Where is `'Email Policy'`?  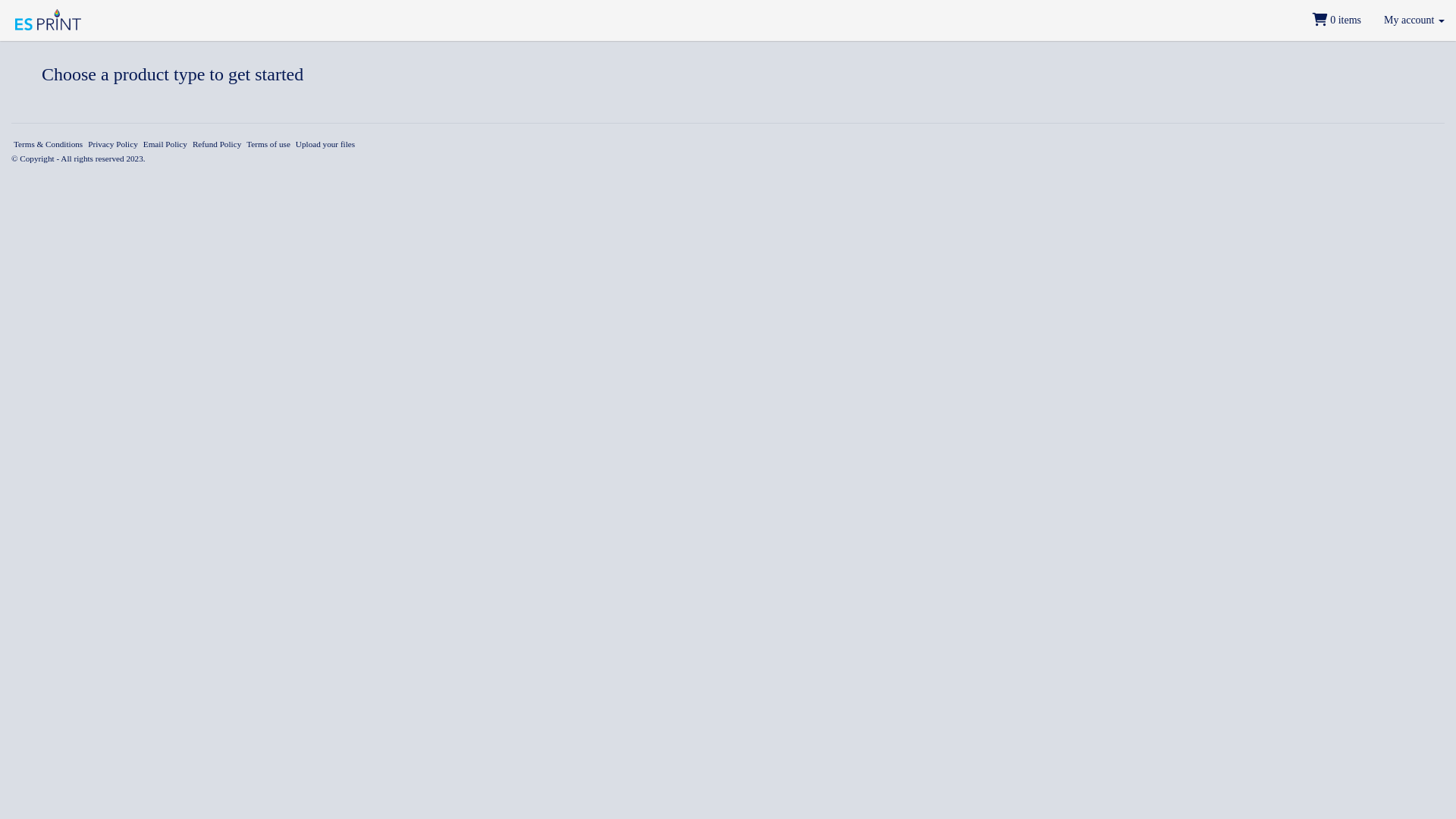
'Email Policy' is located at coordinates (165, 143).